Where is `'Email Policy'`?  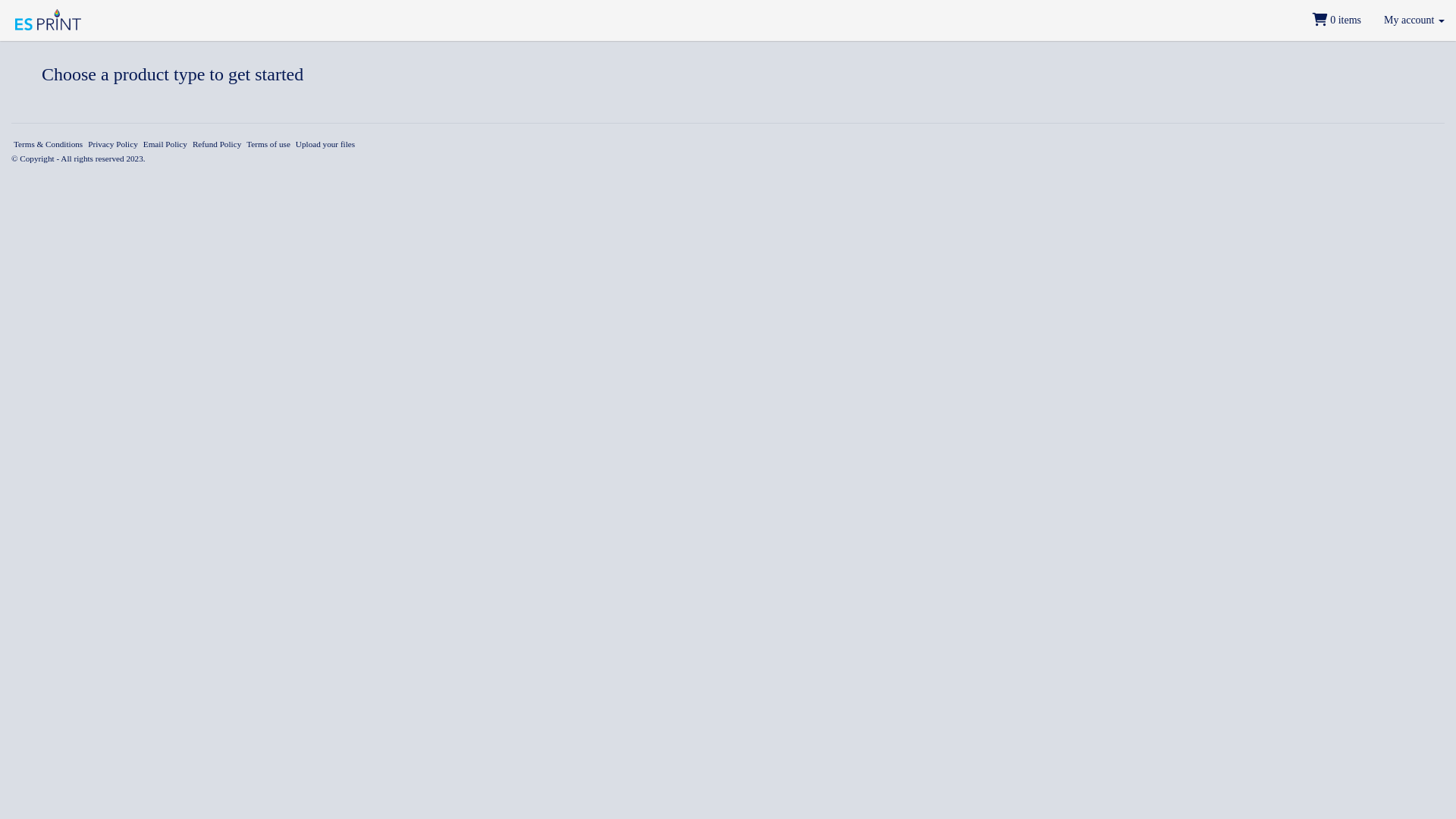
'Email Policy' is located at coordinates (165, 143).